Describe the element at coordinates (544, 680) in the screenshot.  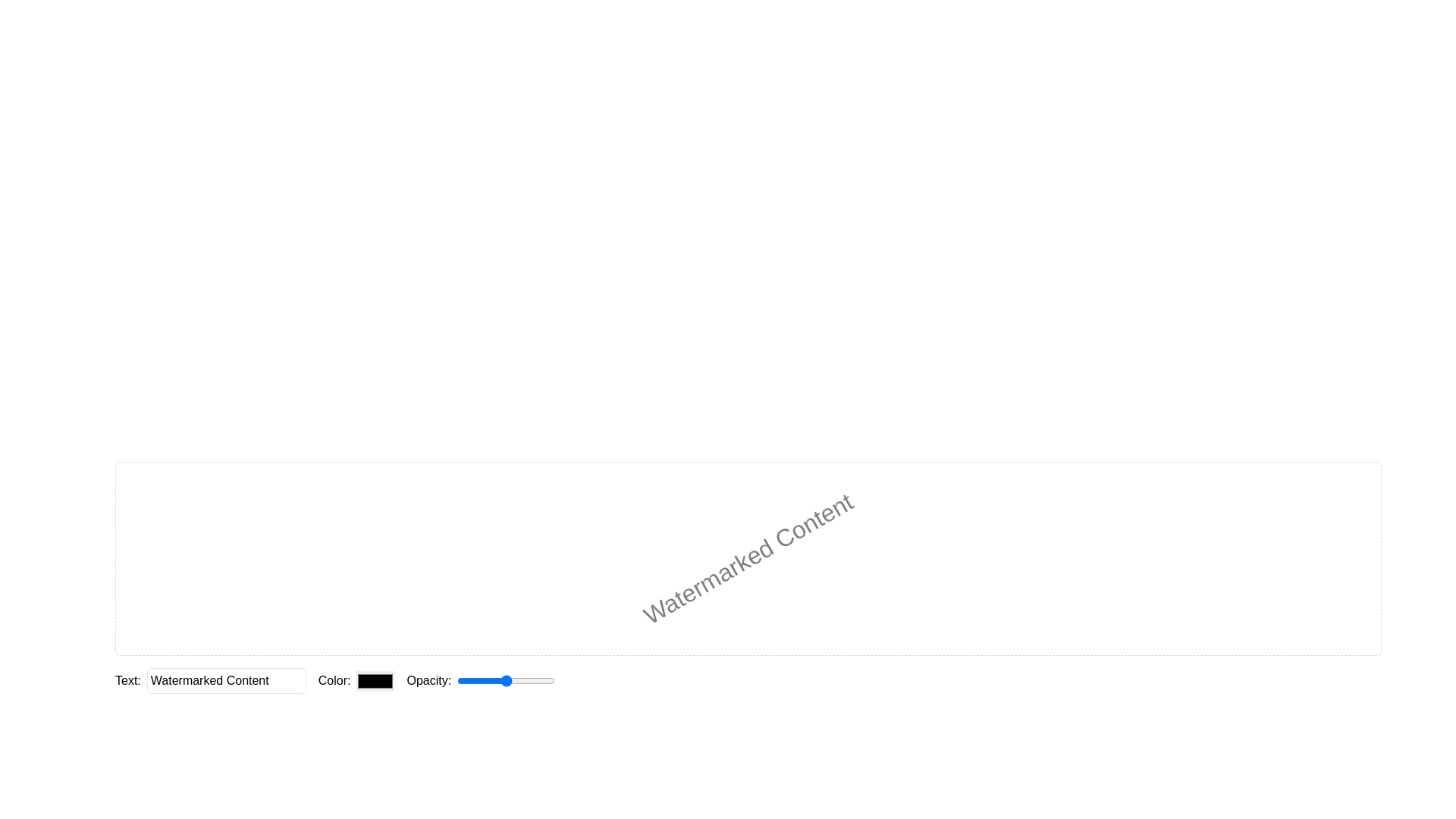
I see `the opacity value` at that location.